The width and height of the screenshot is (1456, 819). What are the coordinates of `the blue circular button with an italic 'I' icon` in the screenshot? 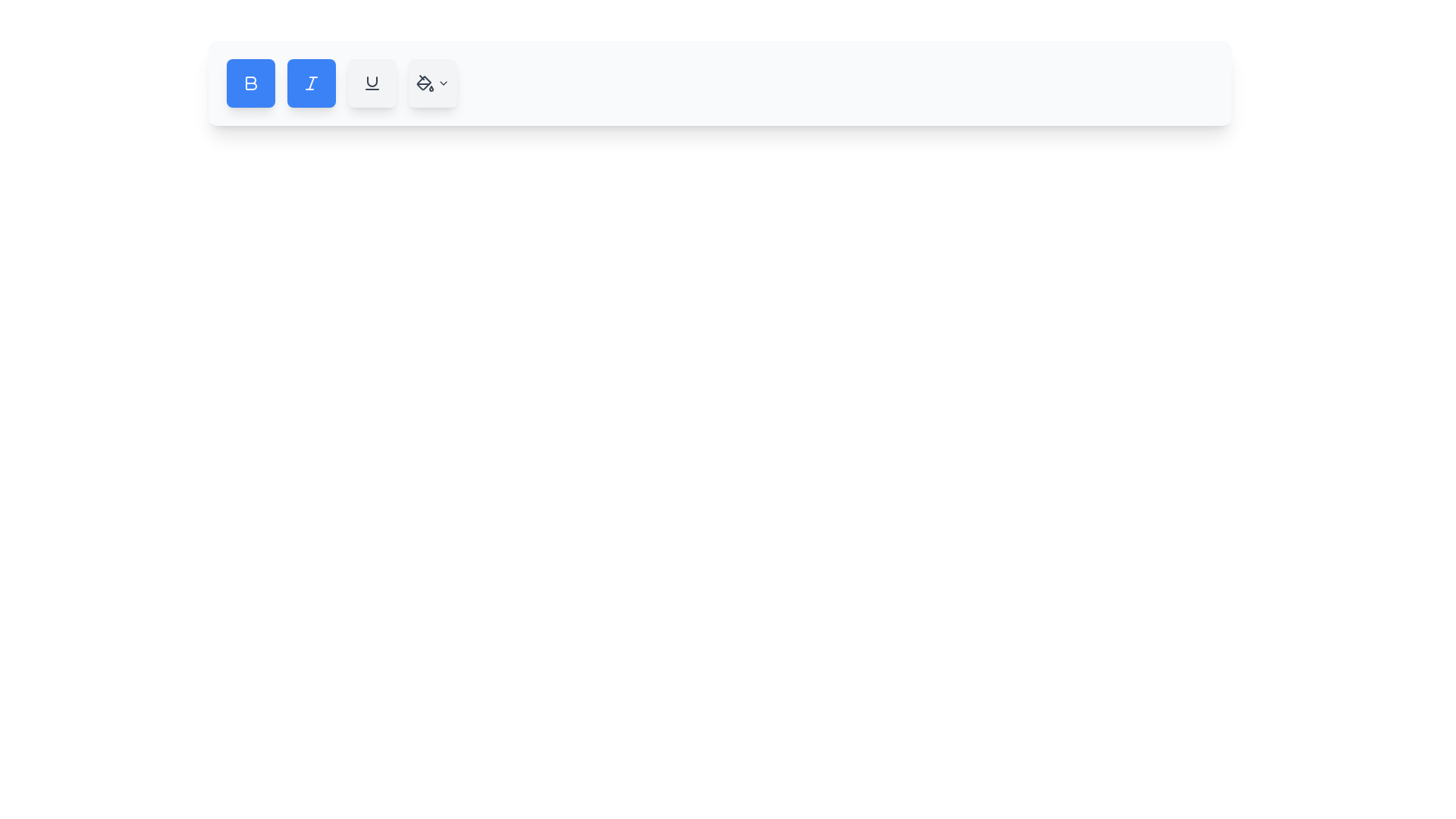 It's located at (311, 83).